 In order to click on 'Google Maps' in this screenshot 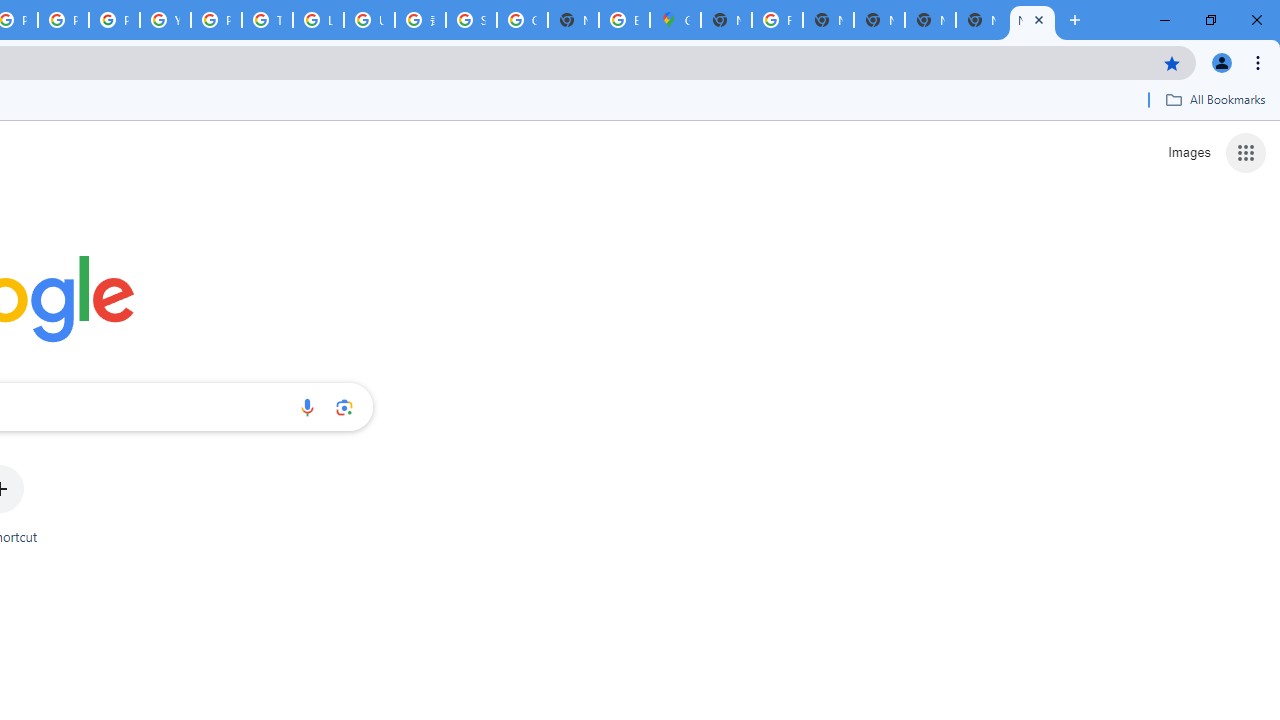, I will do `click(675, 20)`.